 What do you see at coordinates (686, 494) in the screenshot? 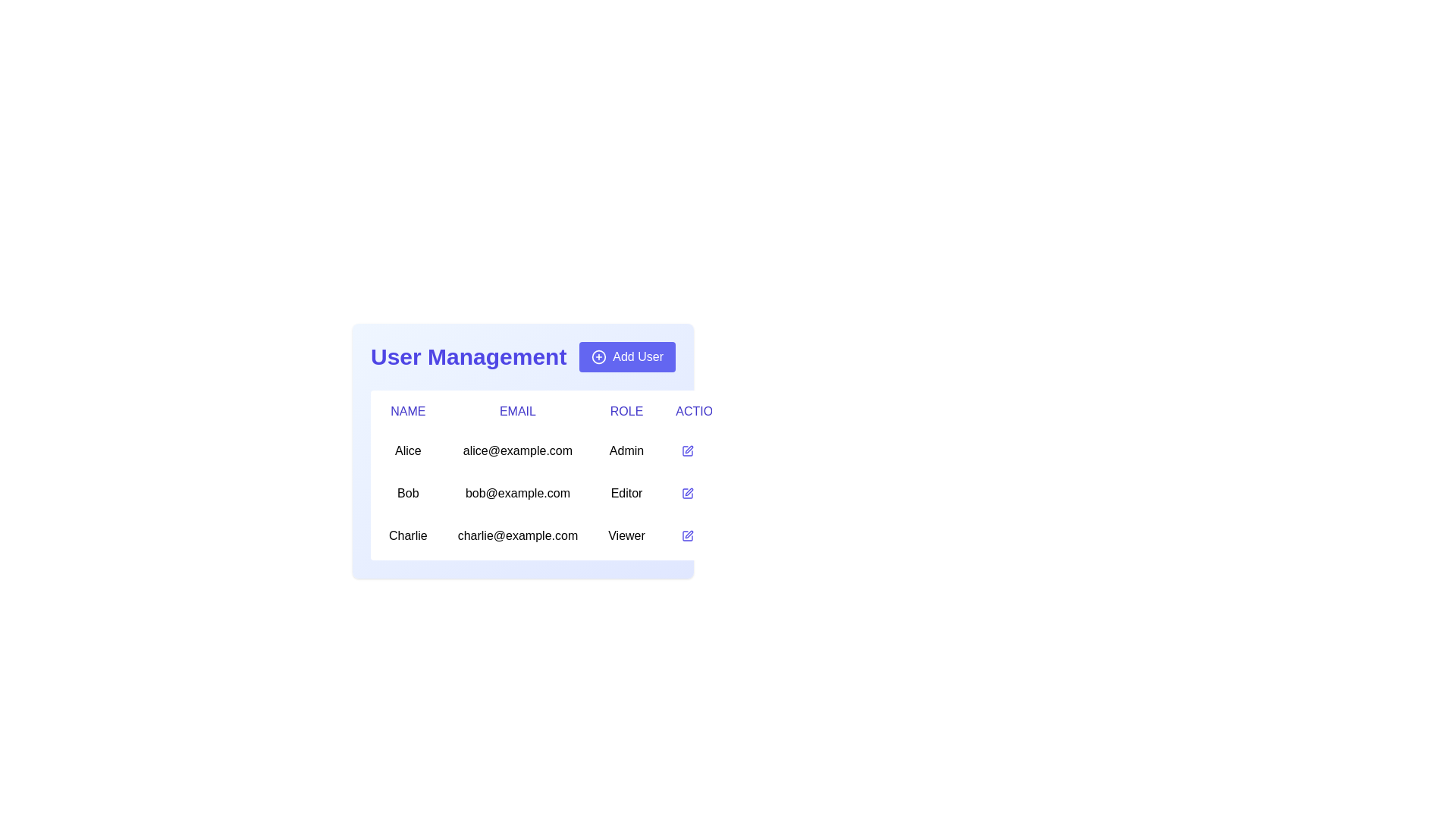
I see `the Icon Component located in the 'Actions' column of the row for user 'Bob', which is represented by a 16x16 pixel vector graphic` at bounding box center [686, 494].